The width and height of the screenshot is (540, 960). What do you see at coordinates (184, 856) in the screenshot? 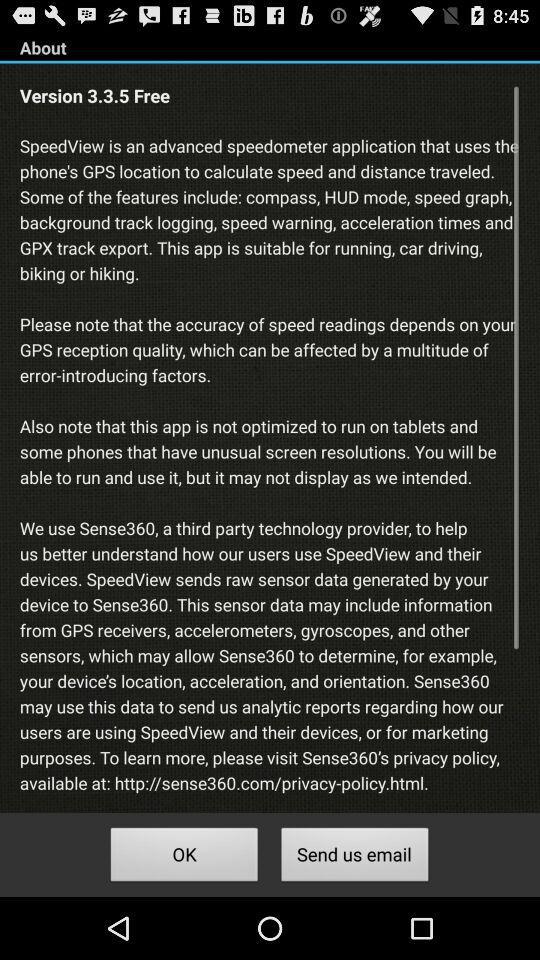
I see `the ok icon` at bounding box center [184, 856].